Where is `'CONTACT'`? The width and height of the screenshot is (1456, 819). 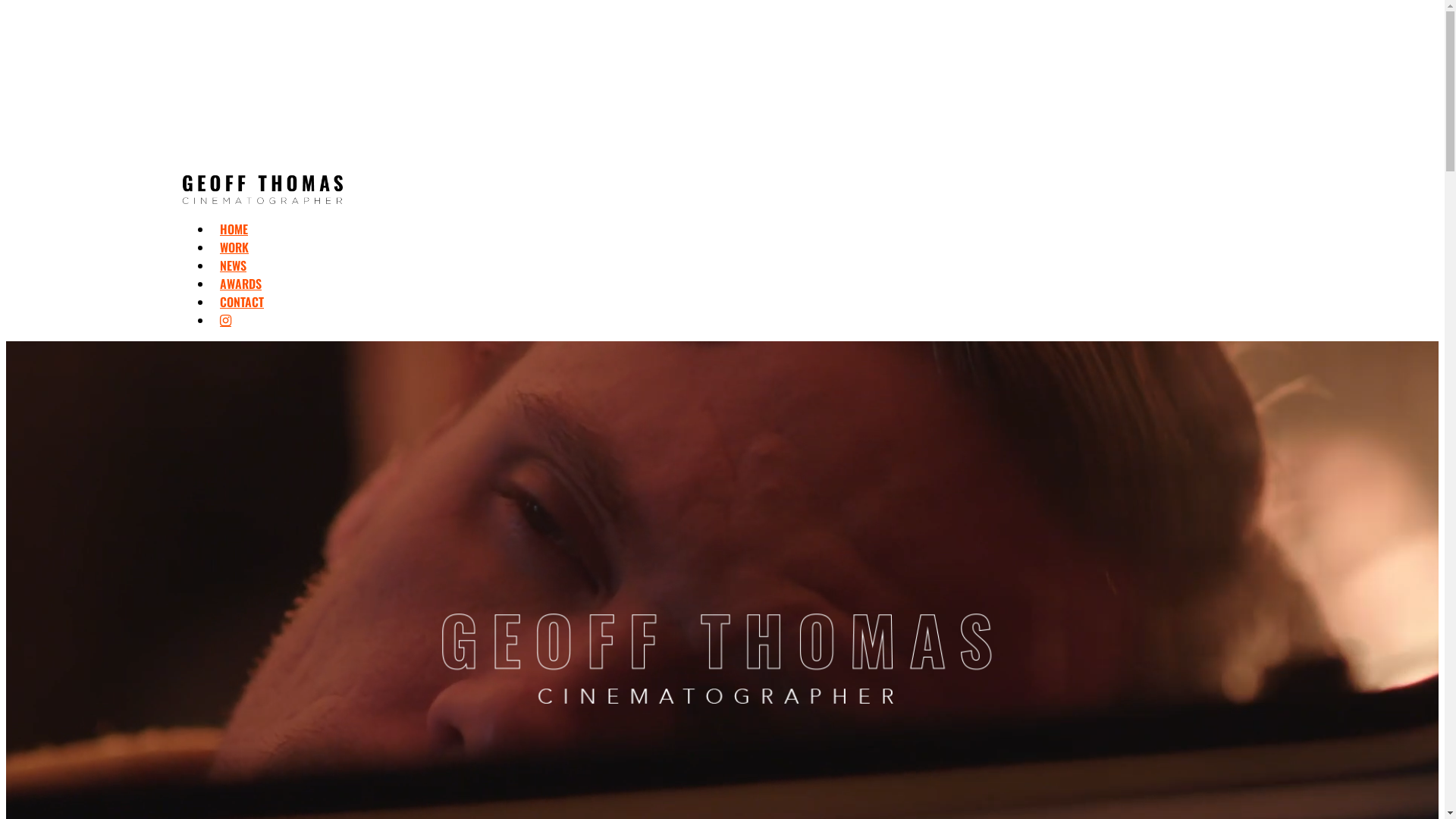 'CONTACT' is located at coordinates (240, 301).